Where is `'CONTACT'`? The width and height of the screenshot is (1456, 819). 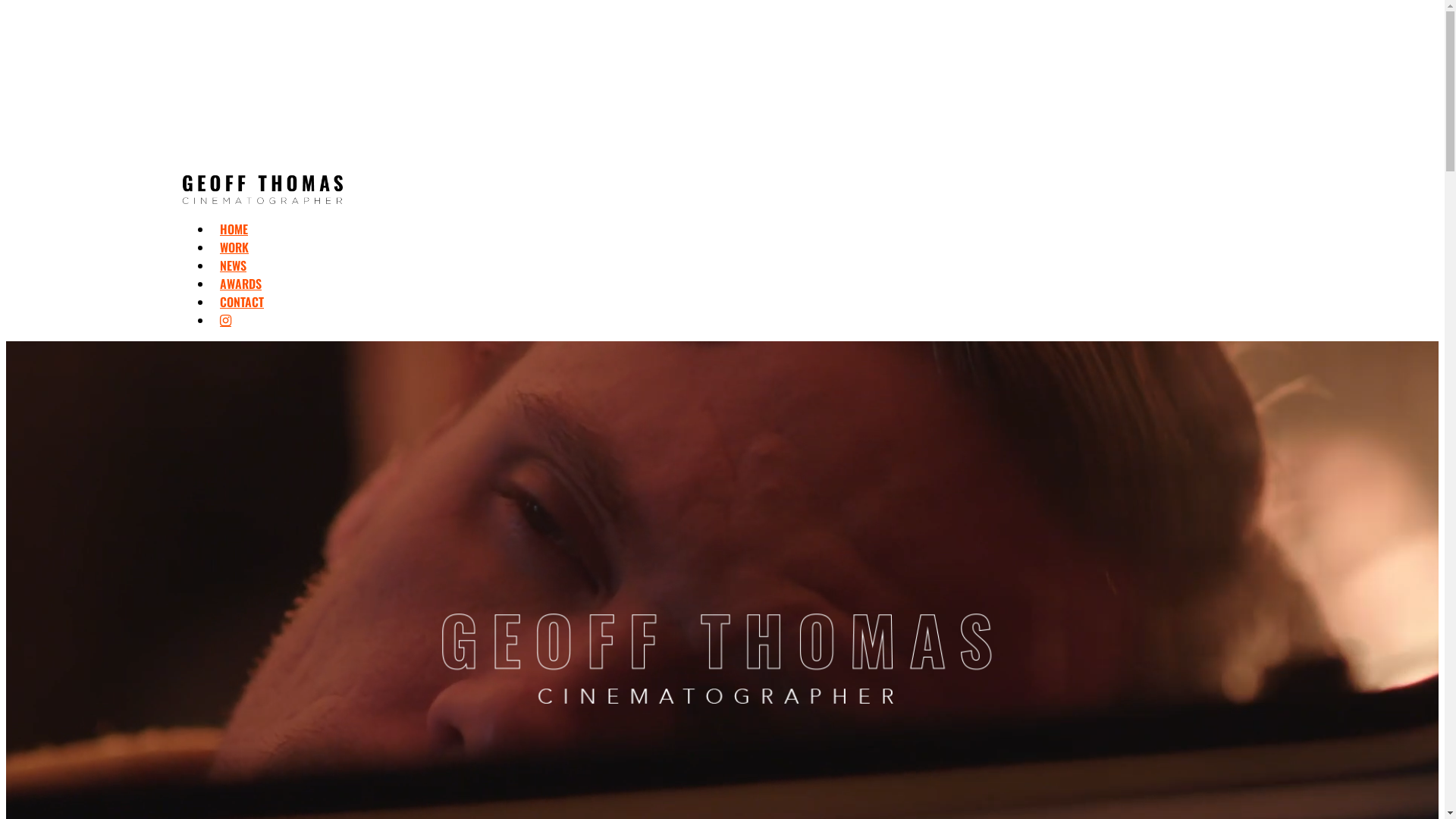 'CONTACT' is located at coordinates (240, 301).